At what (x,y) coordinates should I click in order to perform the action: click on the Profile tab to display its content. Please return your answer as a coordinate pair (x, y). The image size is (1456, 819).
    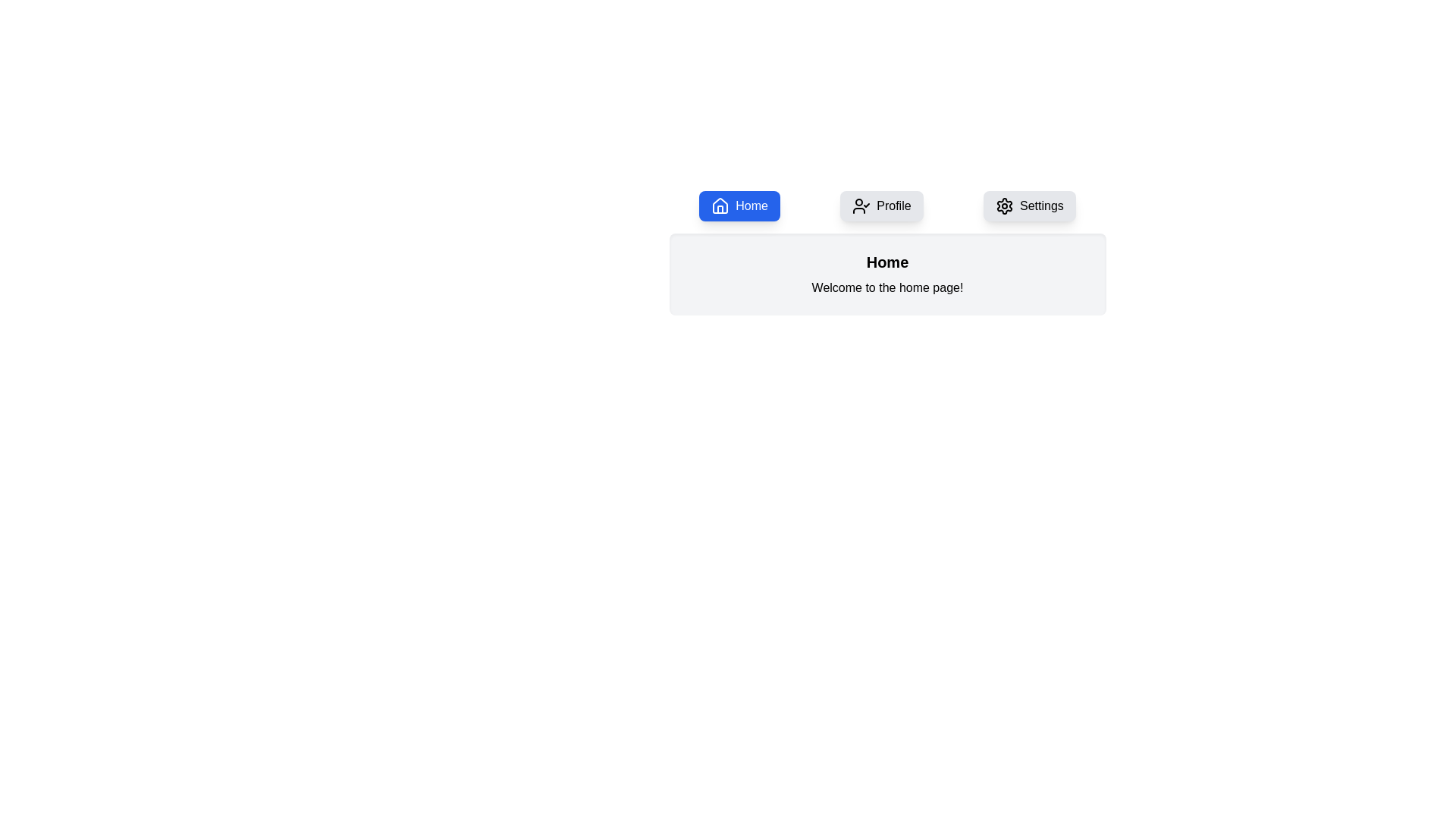
    Looking at the image, I should click on (881, 206).